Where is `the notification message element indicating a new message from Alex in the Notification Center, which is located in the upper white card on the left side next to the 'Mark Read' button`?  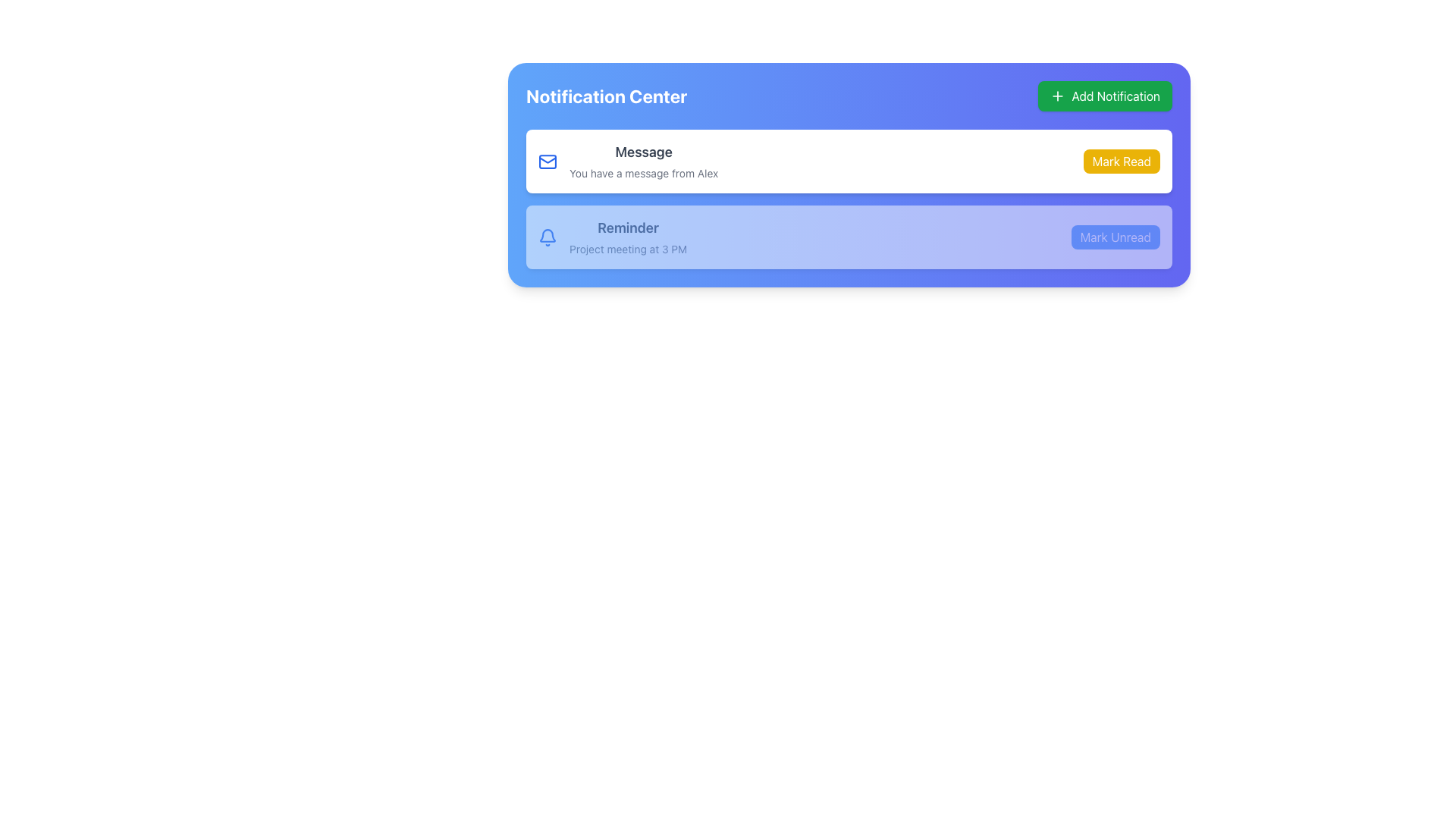 the notification message element indicating a new message from Alex in the Notification Center, which is located in the upper white card on the left side next to the 'Mark Read' button is located at coordinates (628, 161).